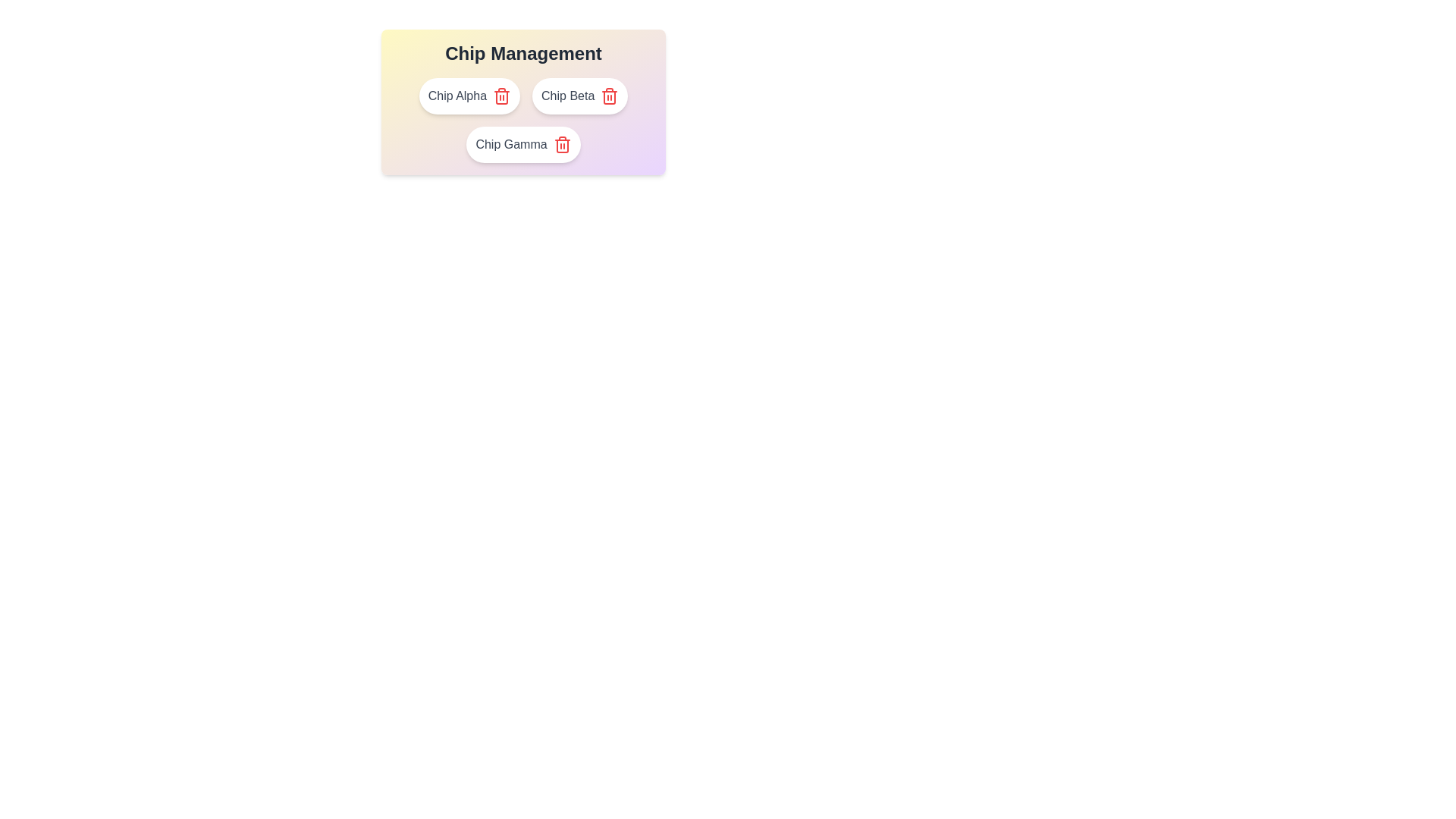 This screenshot has width=1456, height=819. I want to click on delete button on the chip labeled Chip Gamma, so click(561, 145).